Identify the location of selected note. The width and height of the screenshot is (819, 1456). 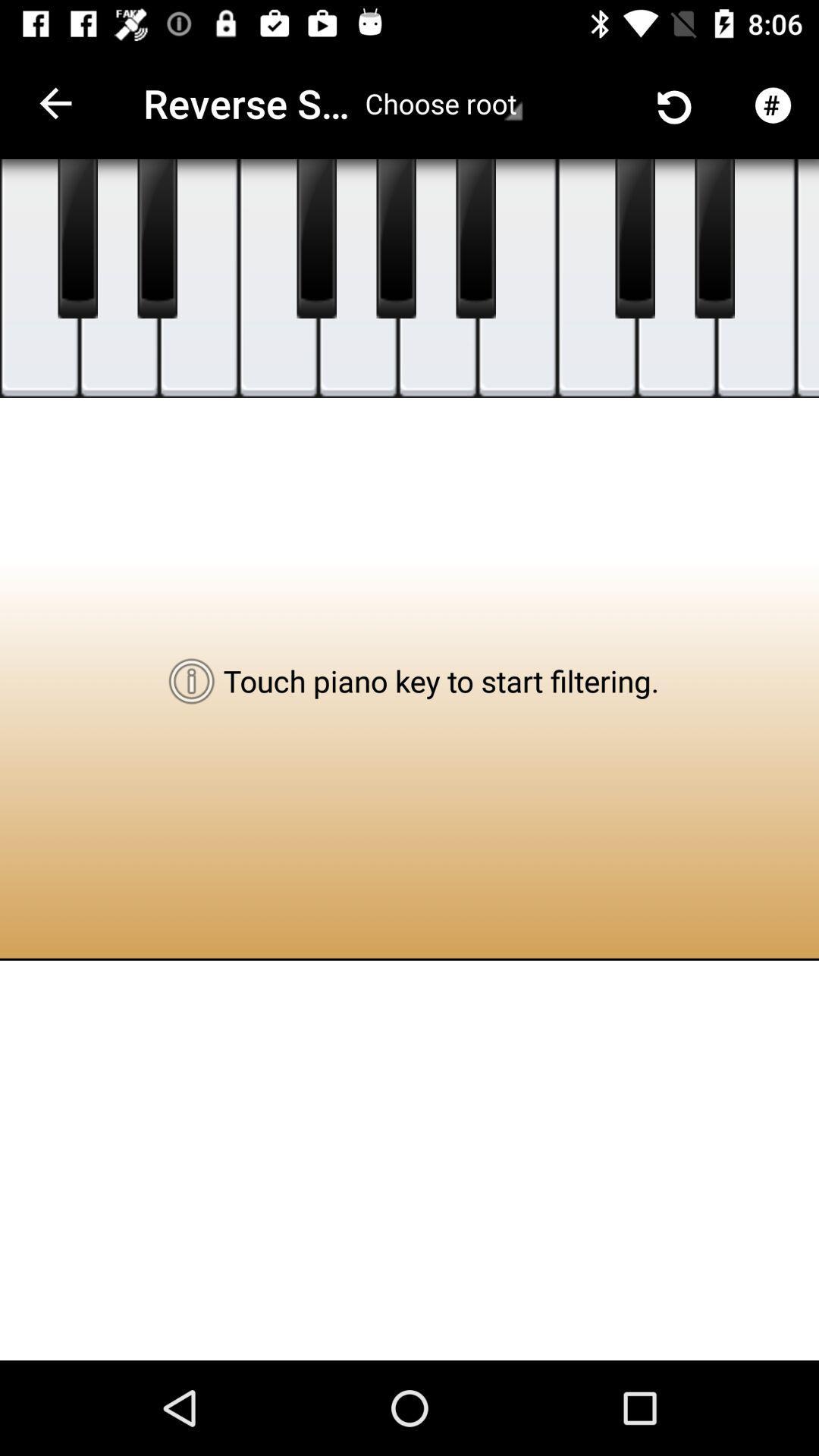
(596, 278).